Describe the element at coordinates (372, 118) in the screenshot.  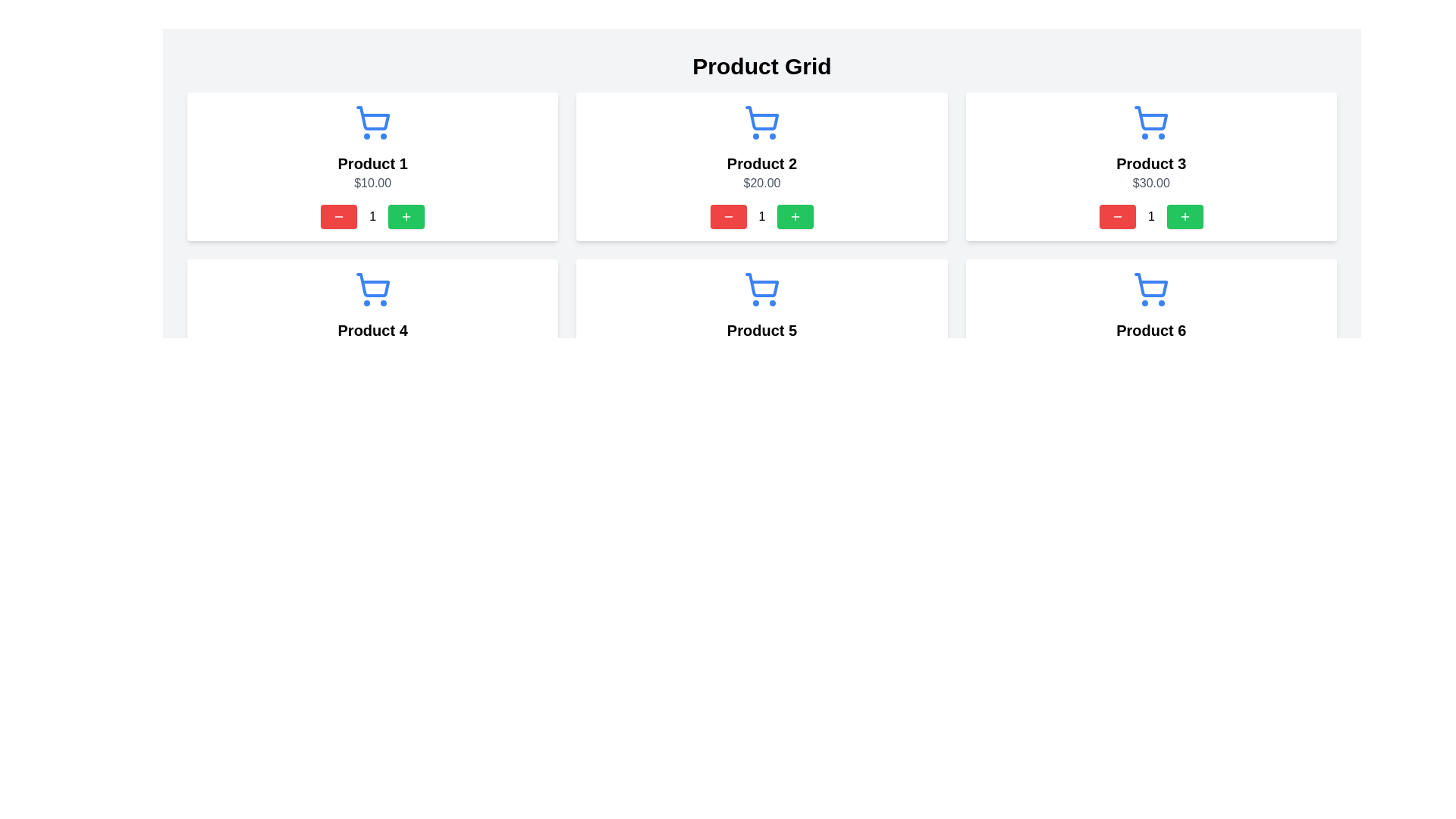
I see `the decorative graphical component of the shopping cart icon for 'Product 1', which is located in the top row and leftmost column of the product grid` at that location.